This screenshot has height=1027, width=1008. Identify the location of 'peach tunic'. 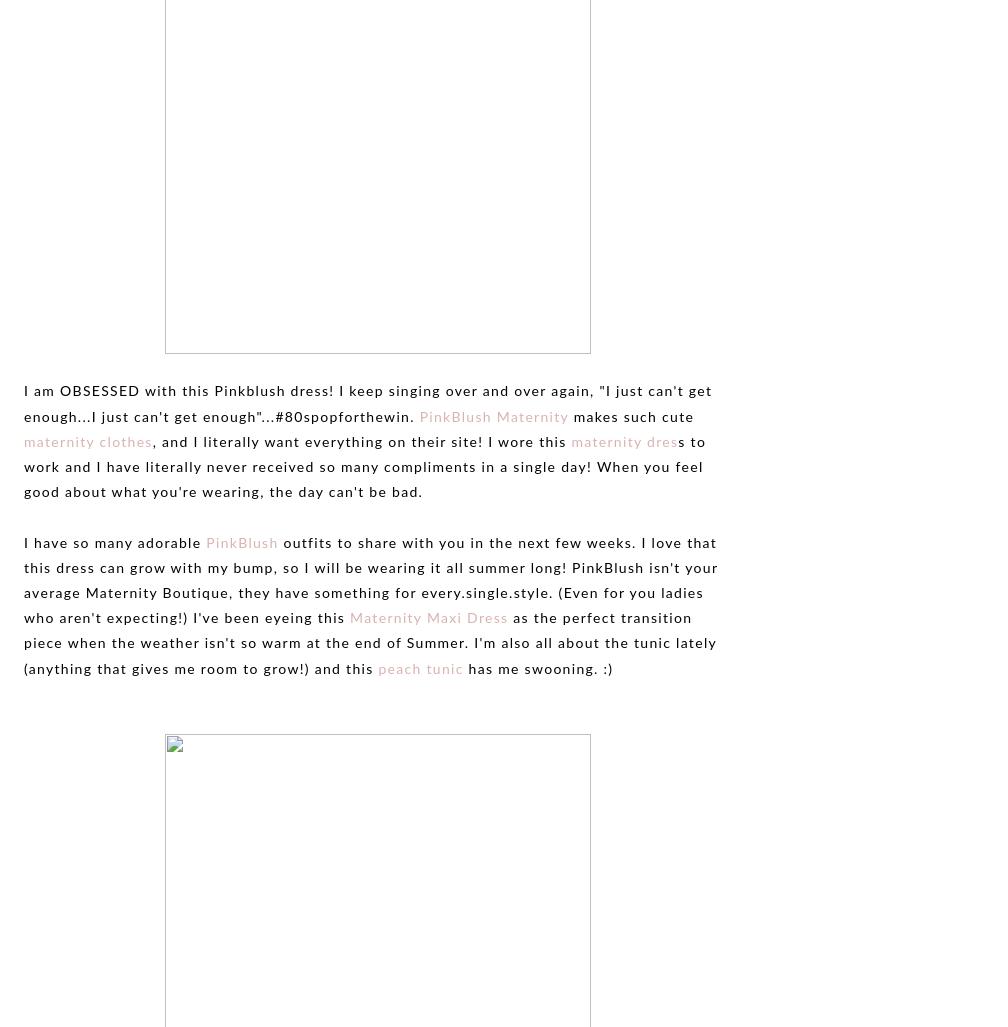
(420, 667).